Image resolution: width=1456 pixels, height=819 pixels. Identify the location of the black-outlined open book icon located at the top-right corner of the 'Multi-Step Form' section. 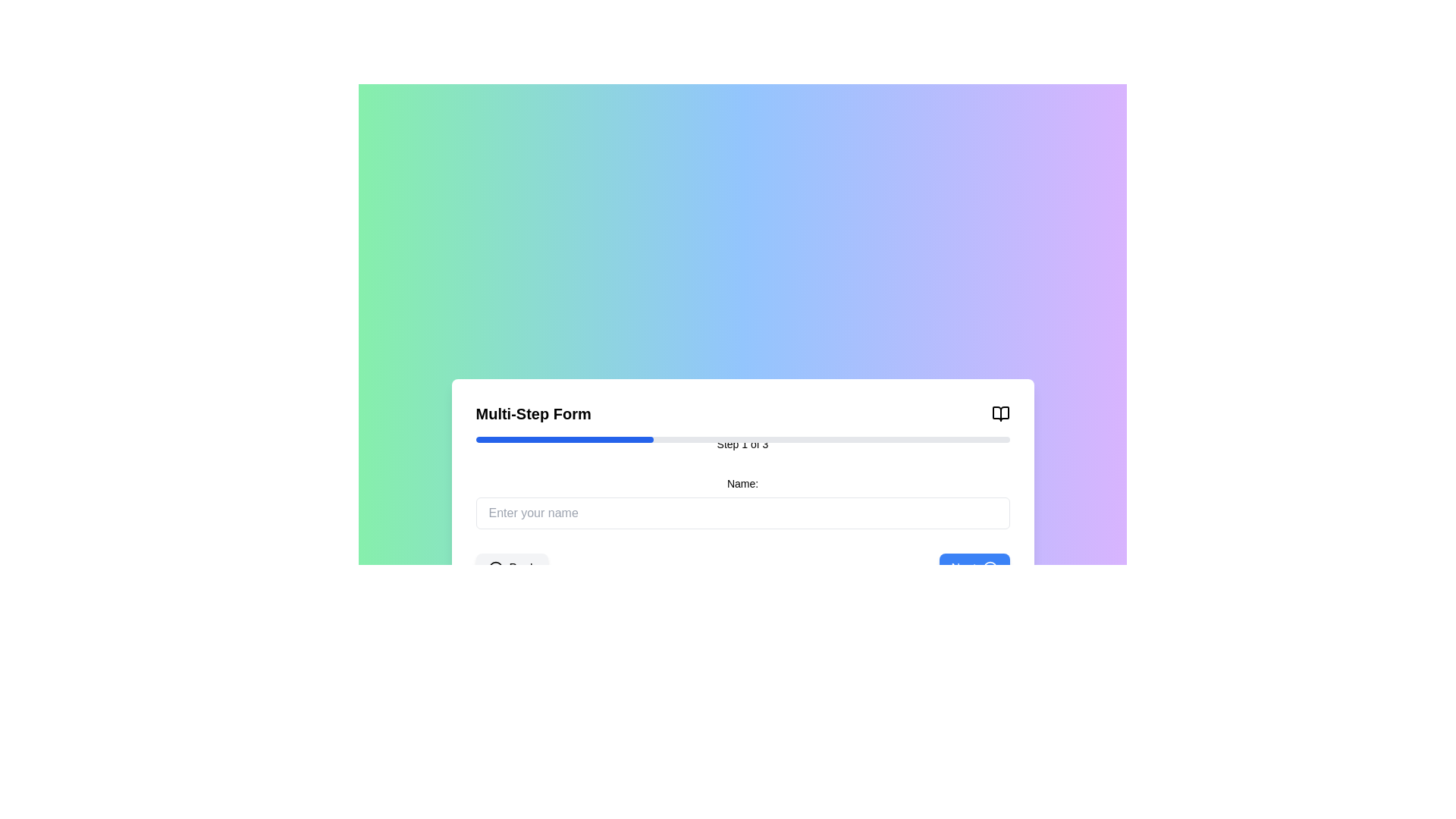
(1000, 414).